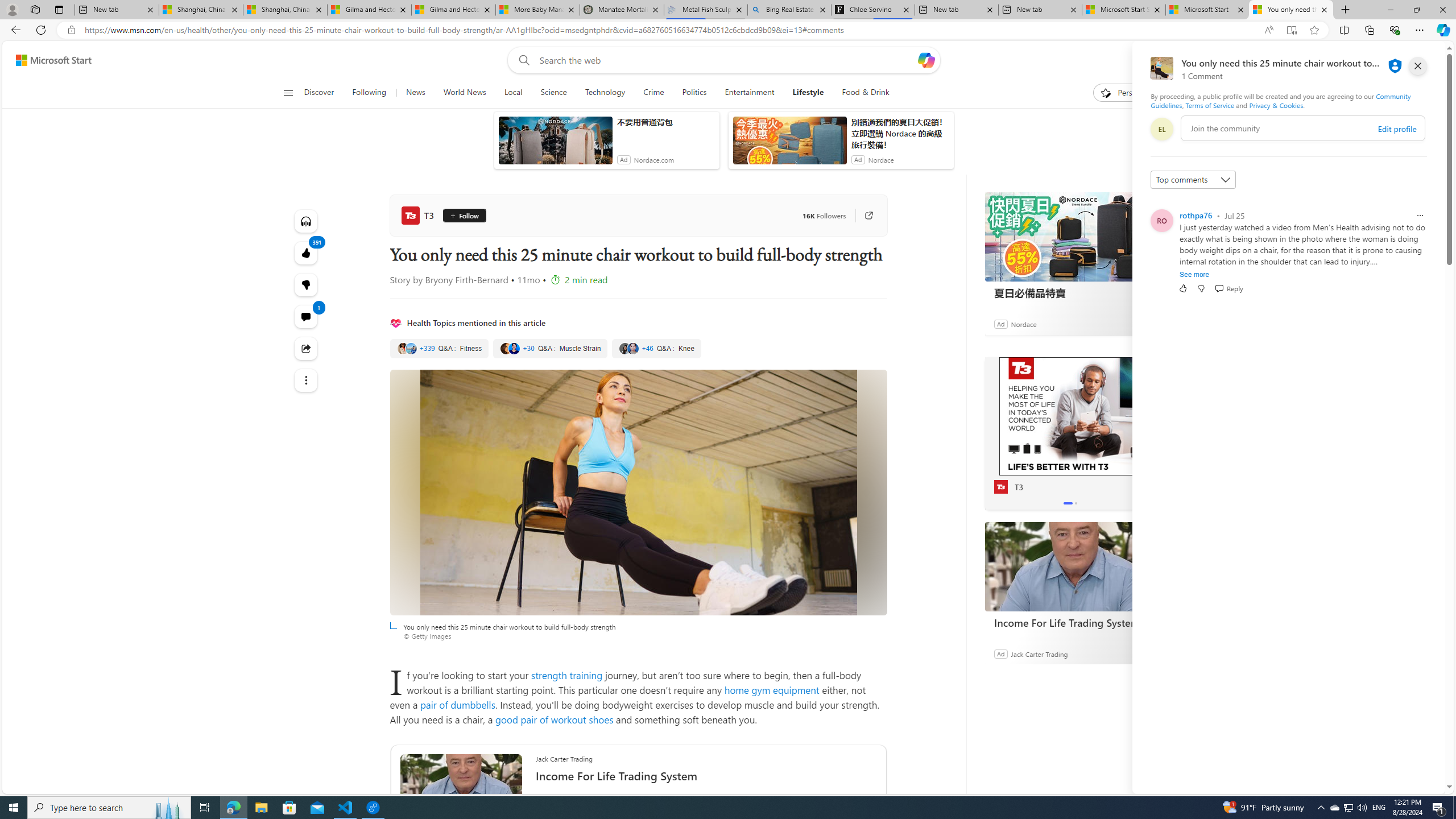 The height and width of the screenshot is (819, 1456). I want to click on 'News', so click(415, 92).